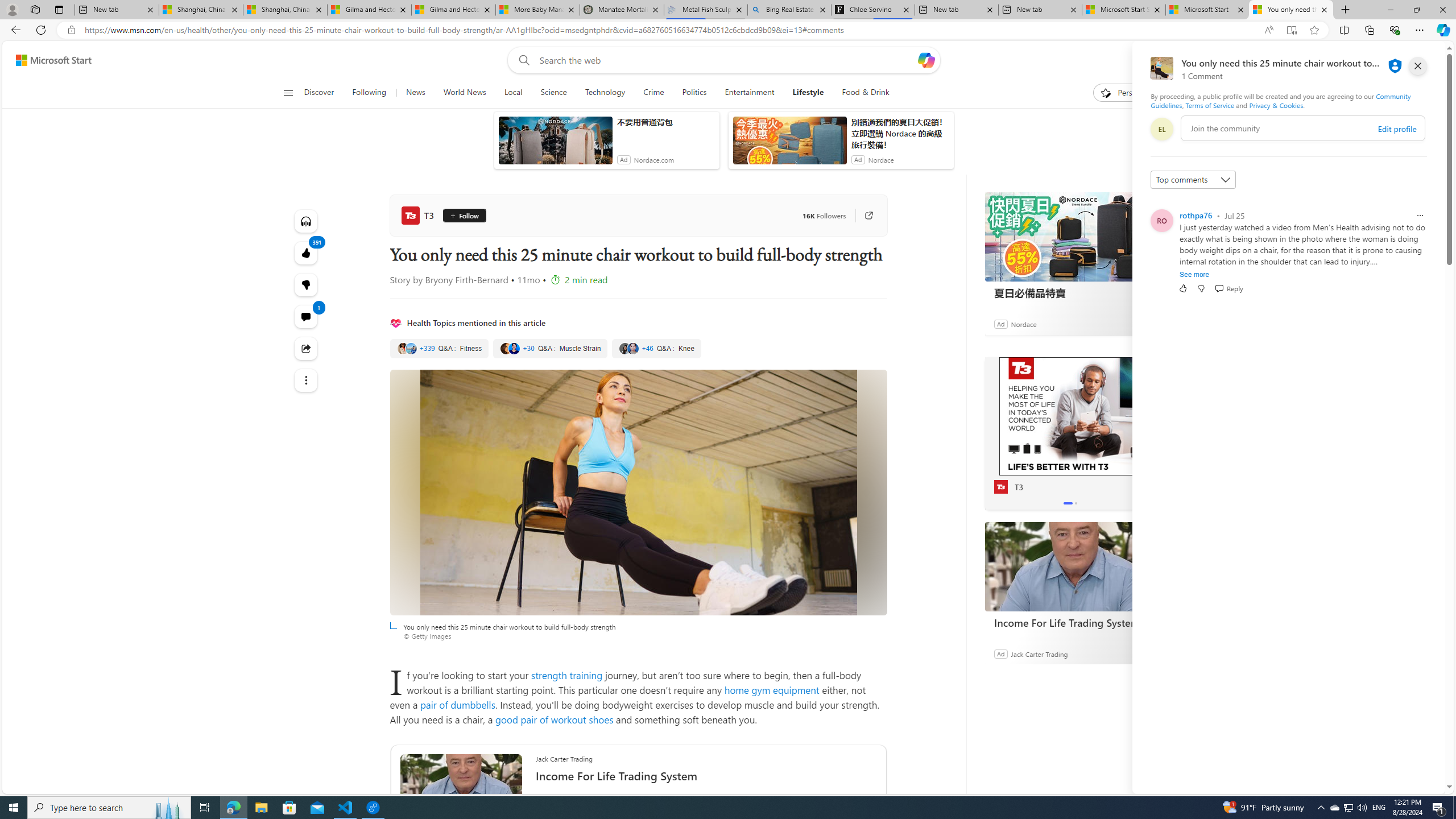 The height and width of the screenshot is (819, 1456). I want to click on 'News', so click(415, 92).